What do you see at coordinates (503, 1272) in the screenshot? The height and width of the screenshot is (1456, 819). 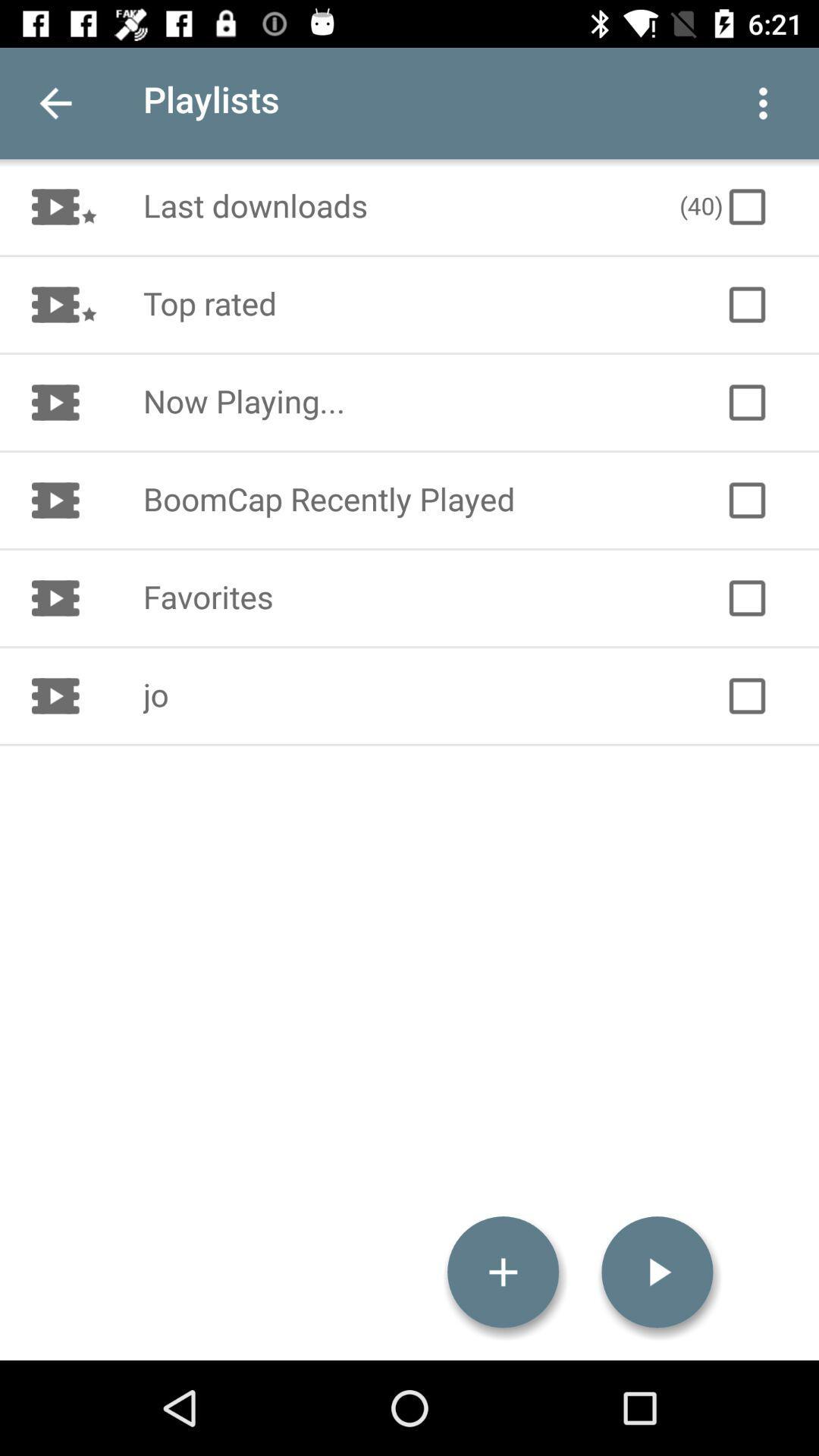 I see `the add icon` at bounding box center [503, 1272].